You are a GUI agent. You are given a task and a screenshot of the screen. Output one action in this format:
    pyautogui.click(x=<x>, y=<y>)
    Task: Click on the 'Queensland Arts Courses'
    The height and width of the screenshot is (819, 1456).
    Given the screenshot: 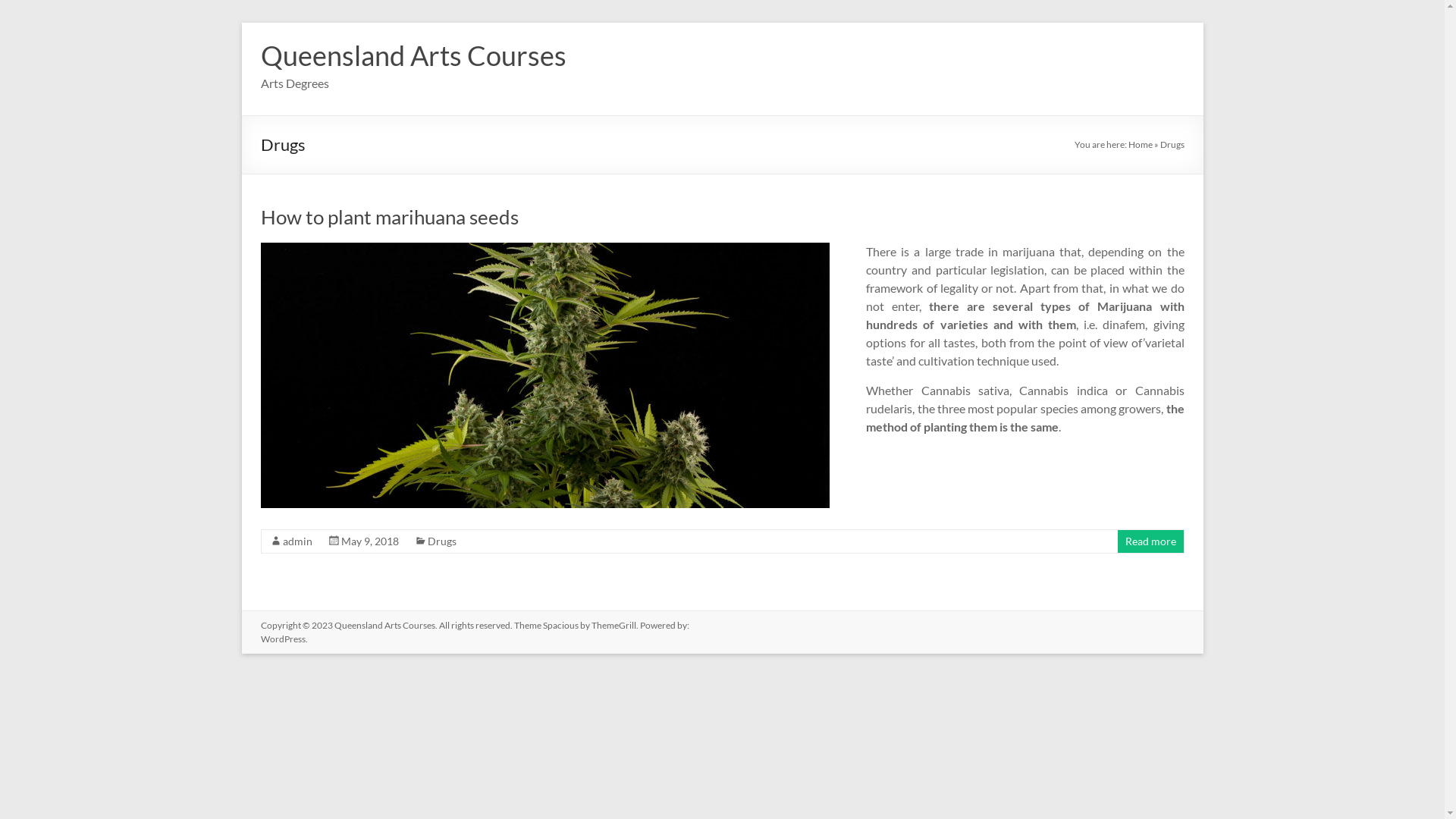 What is the action you would take?
    pyautogui.click(x=333, y=625)
    